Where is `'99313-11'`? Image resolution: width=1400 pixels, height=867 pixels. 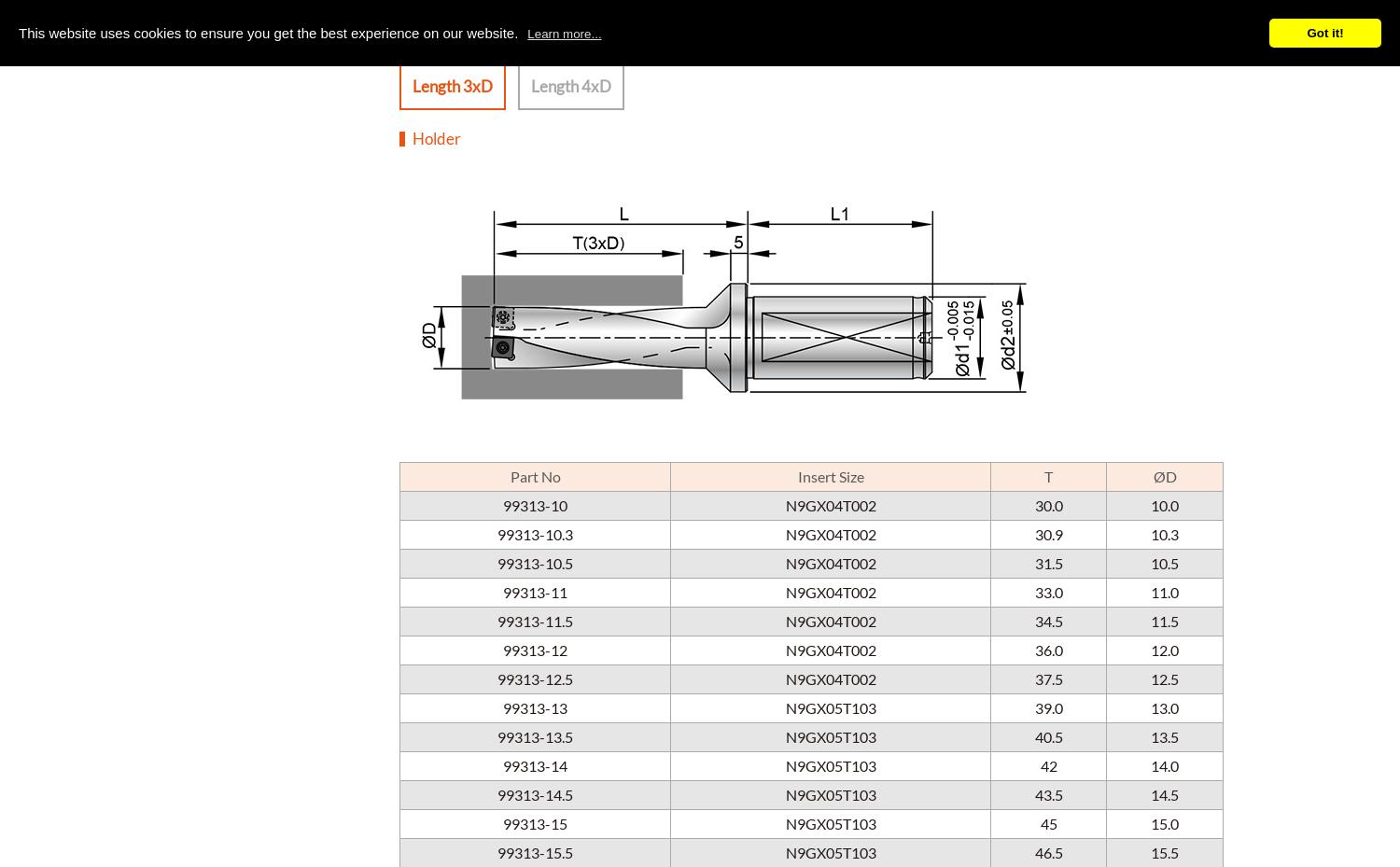
'99313-11' is located at coordinates (534, 590).